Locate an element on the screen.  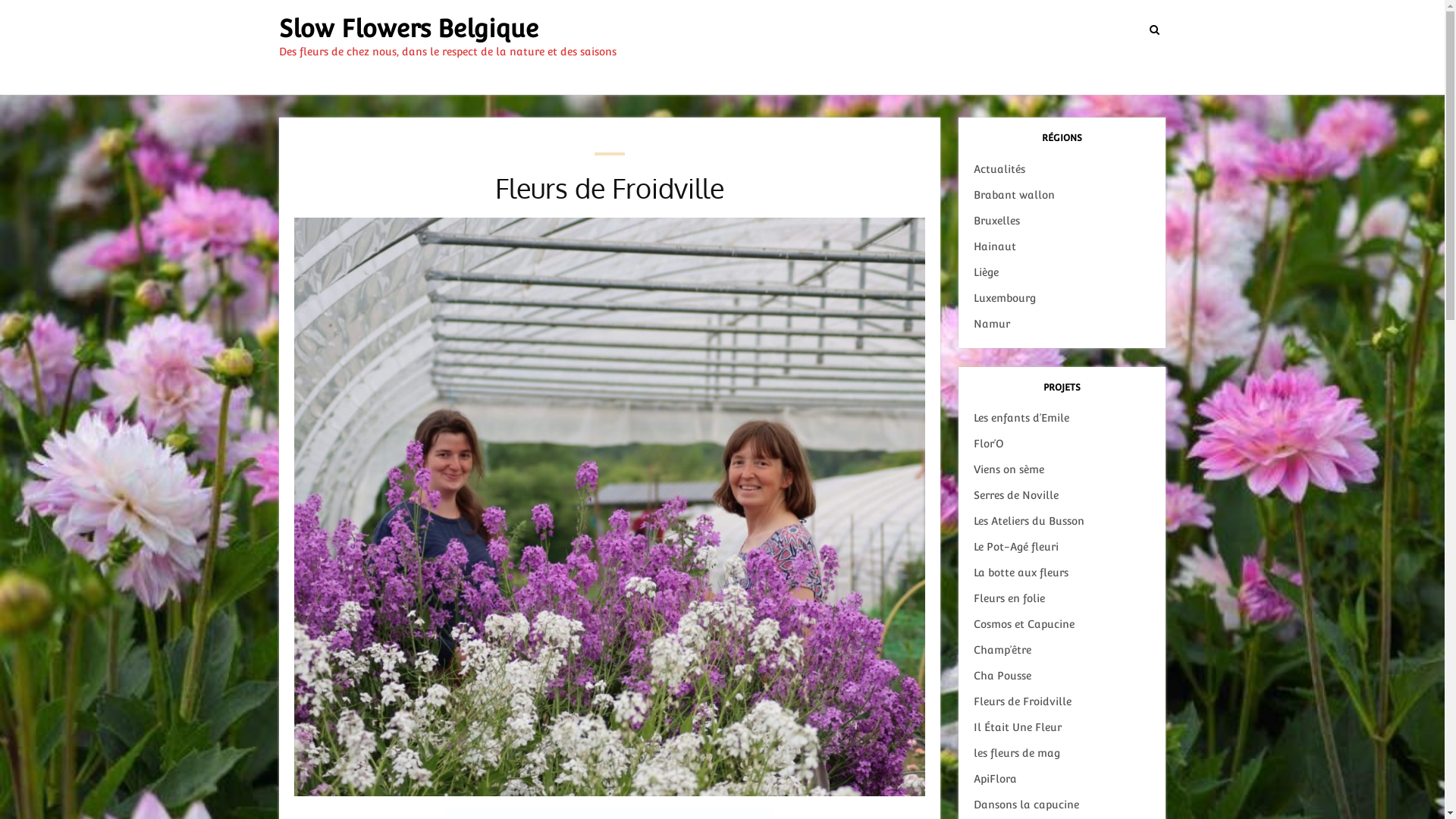
'Namur' is located at coordinates (991, 323).